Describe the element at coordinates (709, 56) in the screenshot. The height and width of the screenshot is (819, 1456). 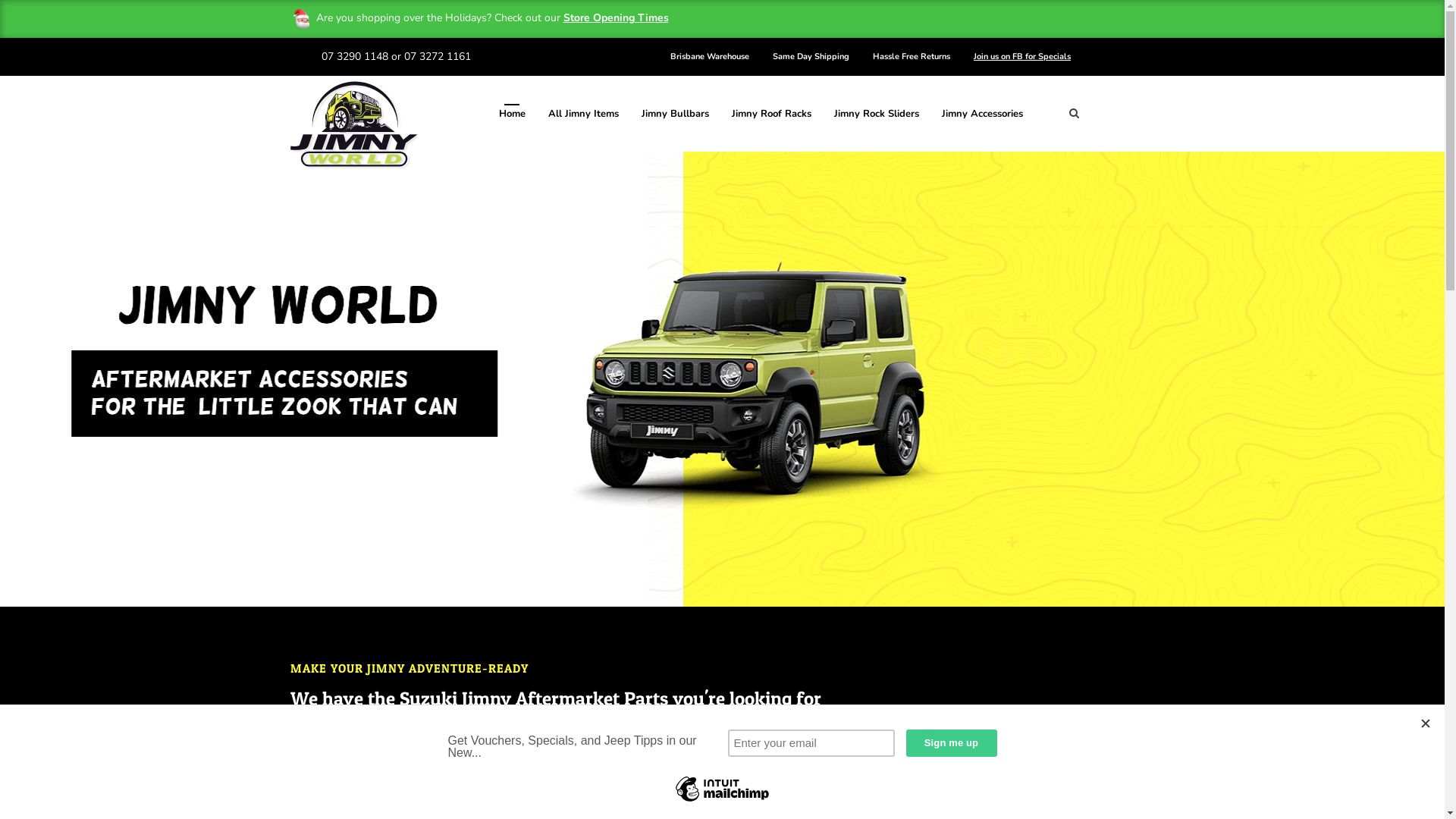
I see `'Brisbane Warehouse'` at that location.